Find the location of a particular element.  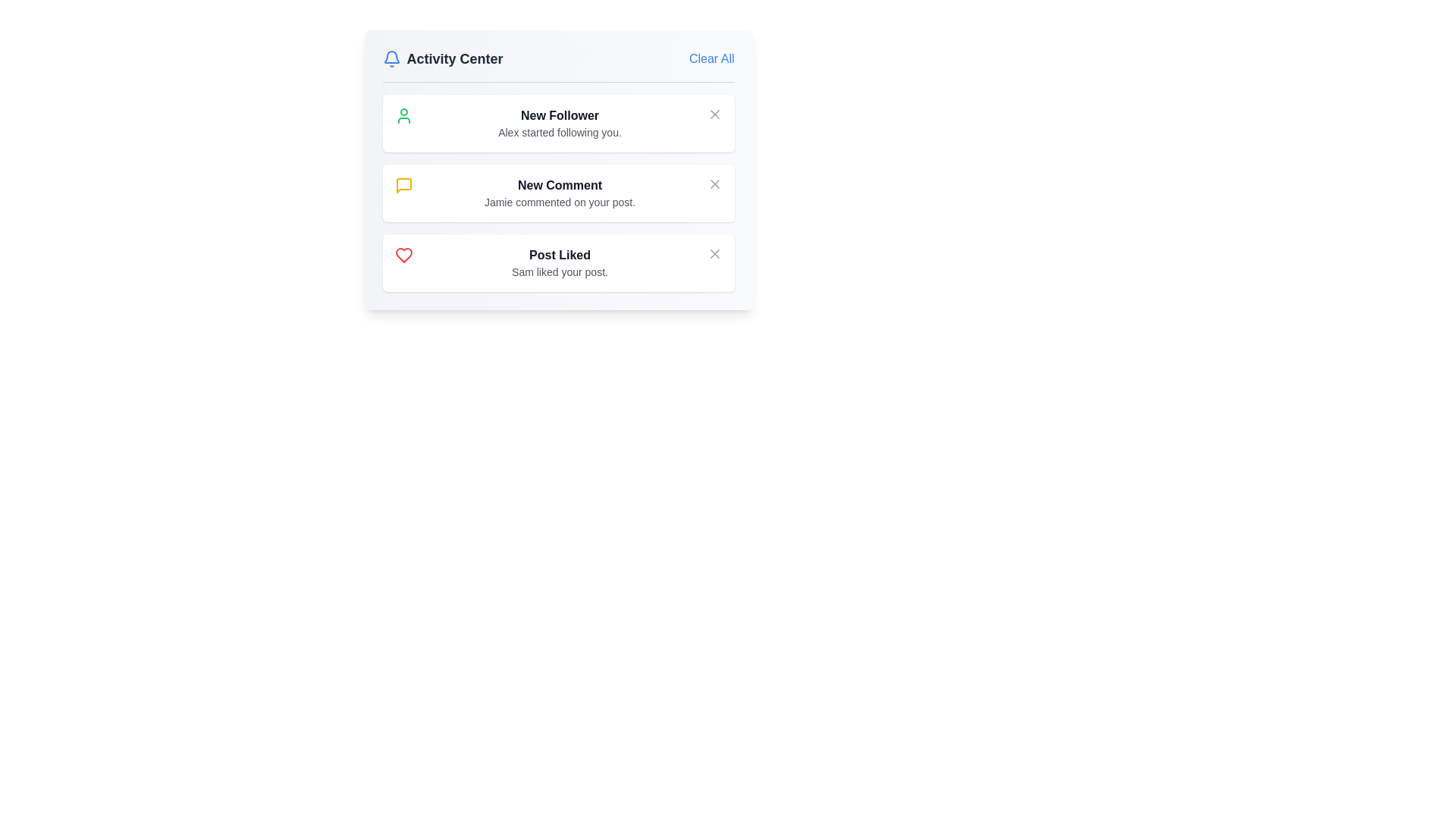

the 'New Comment' notification icon located on the left side of the second entry in the activity list is located at coordinates (403, 185).